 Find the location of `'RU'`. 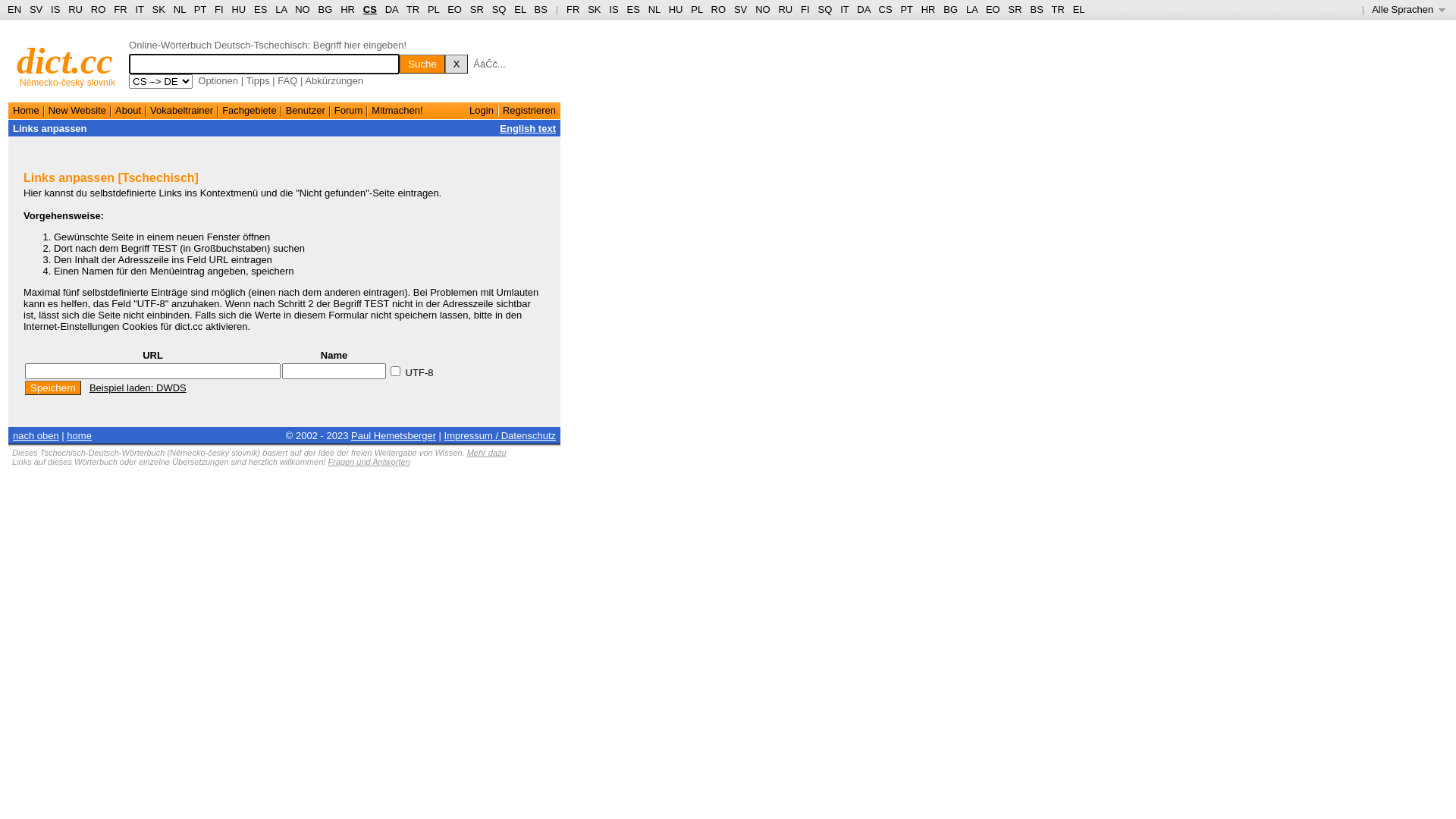

'RU' is located at coordinates (67, 9).